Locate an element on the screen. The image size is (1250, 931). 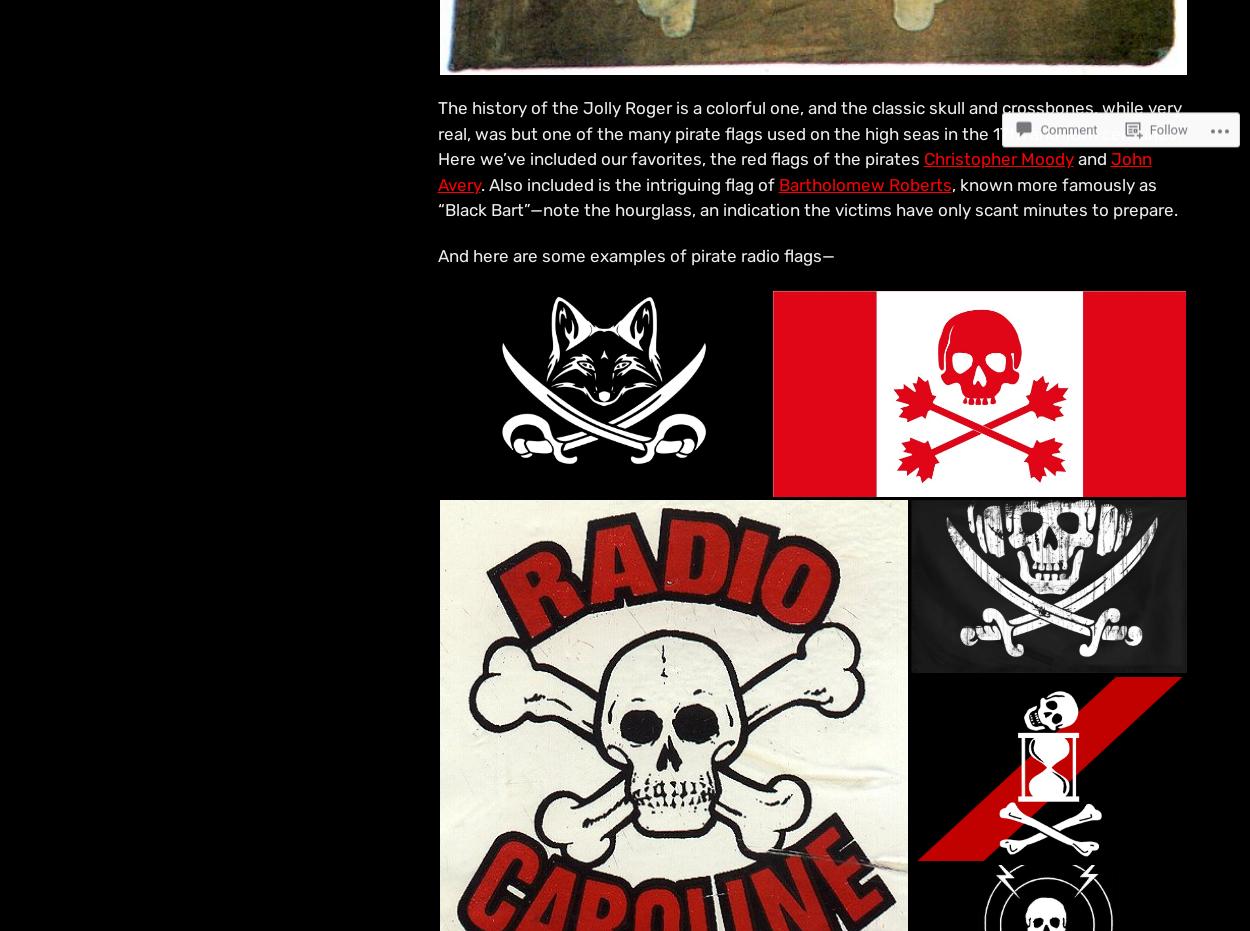
'and 18' is located at coordinates (1052, 133).